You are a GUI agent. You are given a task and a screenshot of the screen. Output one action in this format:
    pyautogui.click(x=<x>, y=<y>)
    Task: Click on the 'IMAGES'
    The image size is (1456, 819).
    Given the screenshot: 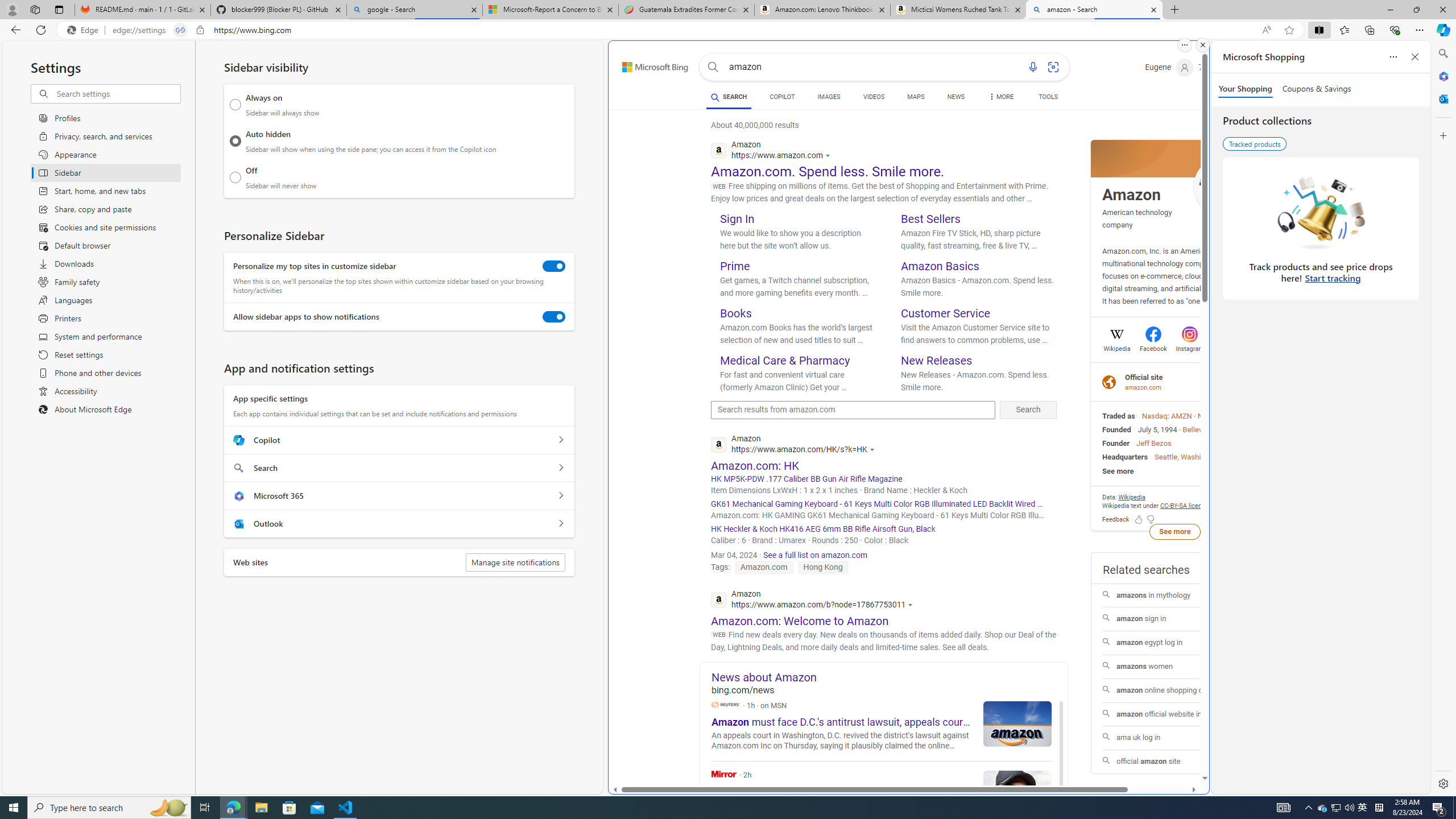 What is the action you would take?
    pyautogui.click(x=828, y=96)
    